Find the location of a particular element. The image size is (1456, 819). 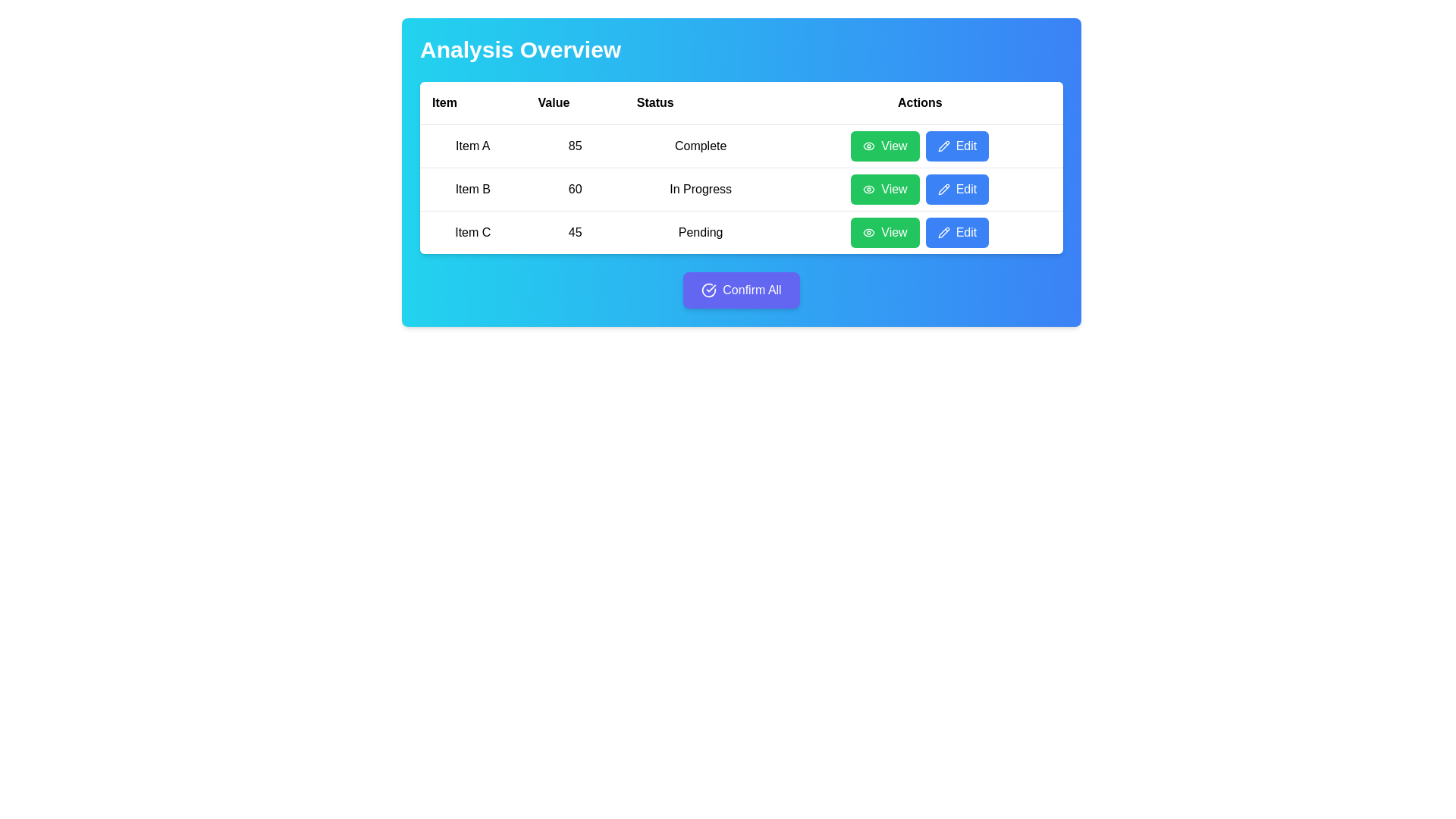

the visibility icon button in the 'Actions' column of the third row of the 'Analysis Overview' table using keyboard navigation is located at coordinates (869, 233).